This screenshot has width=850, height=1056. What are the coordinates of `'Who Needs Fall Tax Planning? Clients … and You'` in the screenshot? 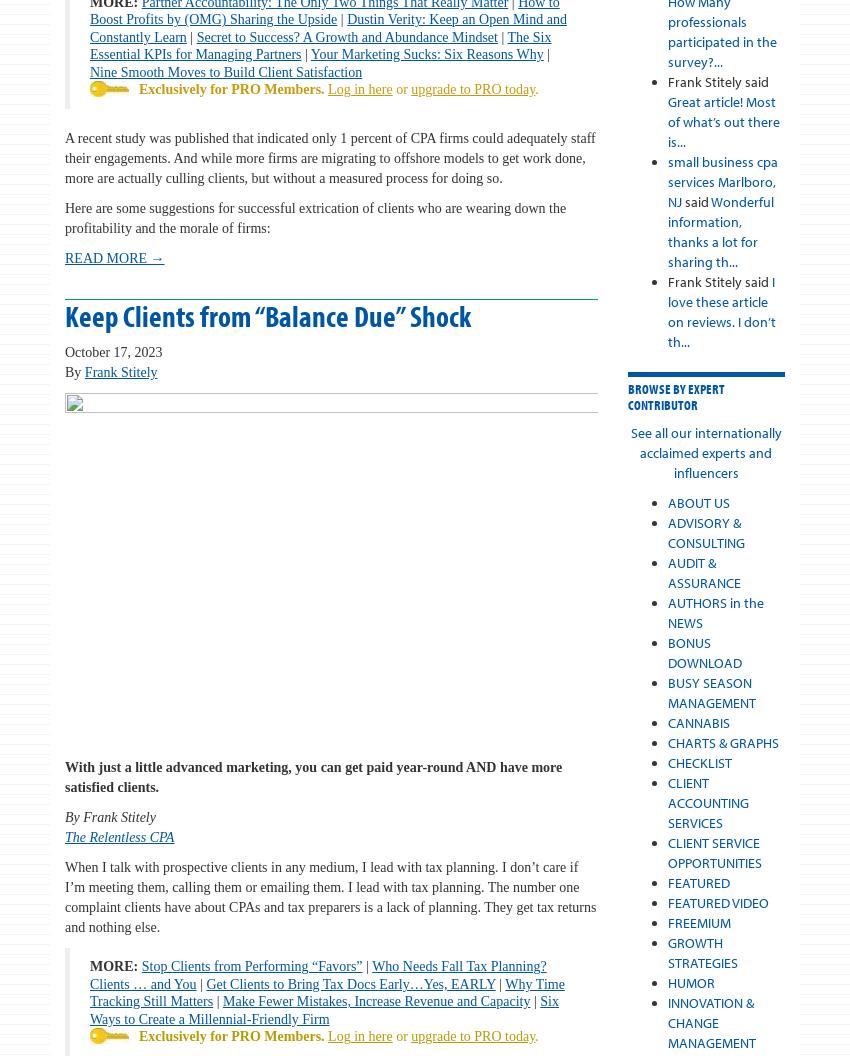 It's located at (317, 975).